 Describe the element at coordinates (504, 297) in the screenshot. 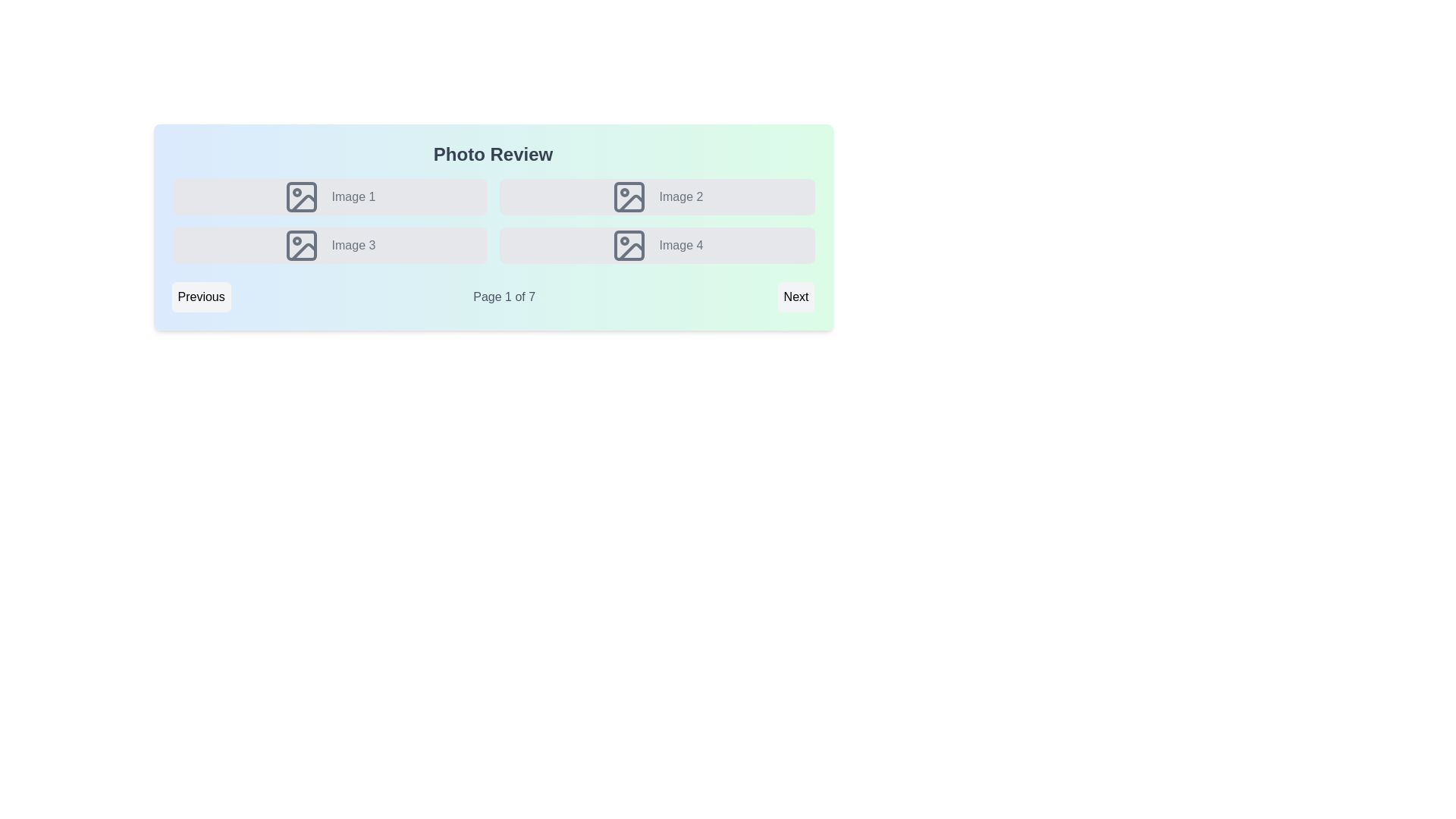

I see `the static text label displaying the current page and total number of pages, formatted as 'Page 1 of 7', which is centrally positioned between the 'Previous' and 'Next' buttons` at that location.